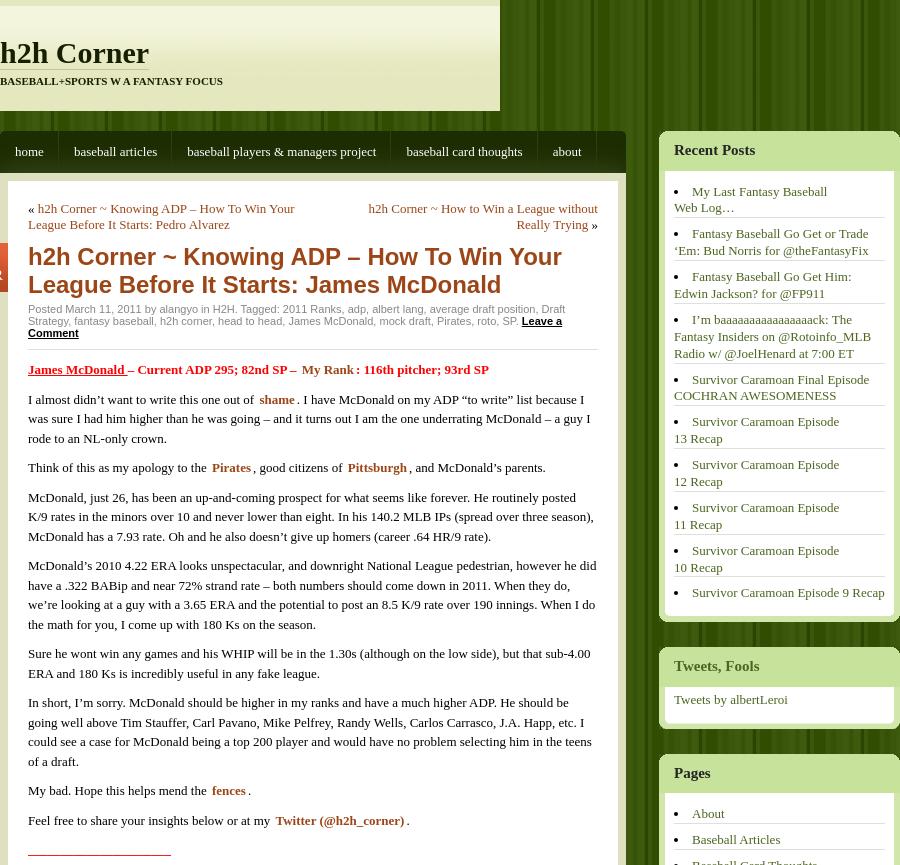 The height and width of the screenshot is (865, 900). Describe the element at coordinates (482, 215) in the screenshot. I see `'h2h Corner ~ How to Win a League without Really Trying'` at that location.